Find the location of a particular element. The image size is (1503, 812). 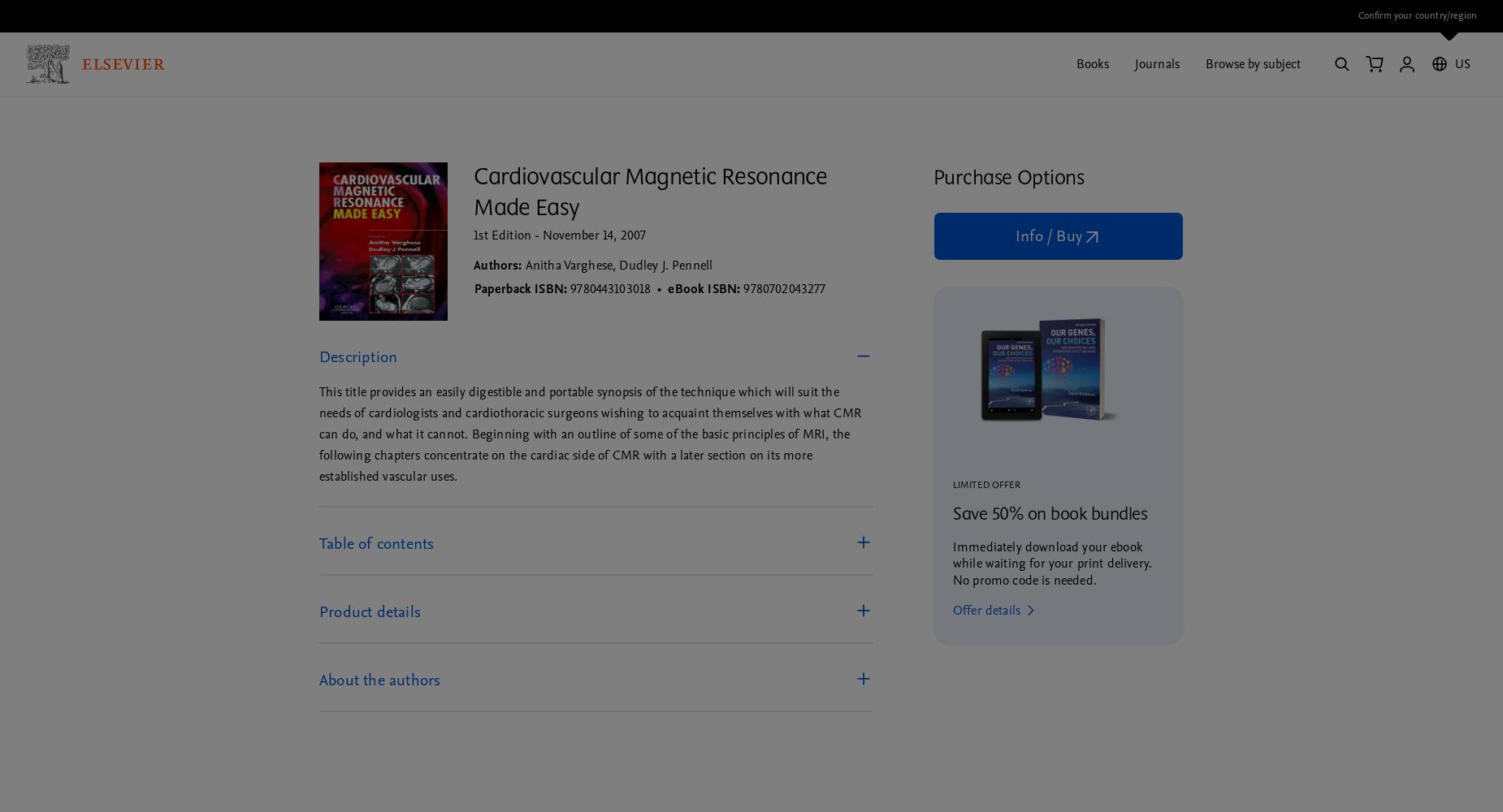

'Immediately download your ebook while waiting for your print delivery. No promo code is needed.' is located at coordinates (1051, 563).